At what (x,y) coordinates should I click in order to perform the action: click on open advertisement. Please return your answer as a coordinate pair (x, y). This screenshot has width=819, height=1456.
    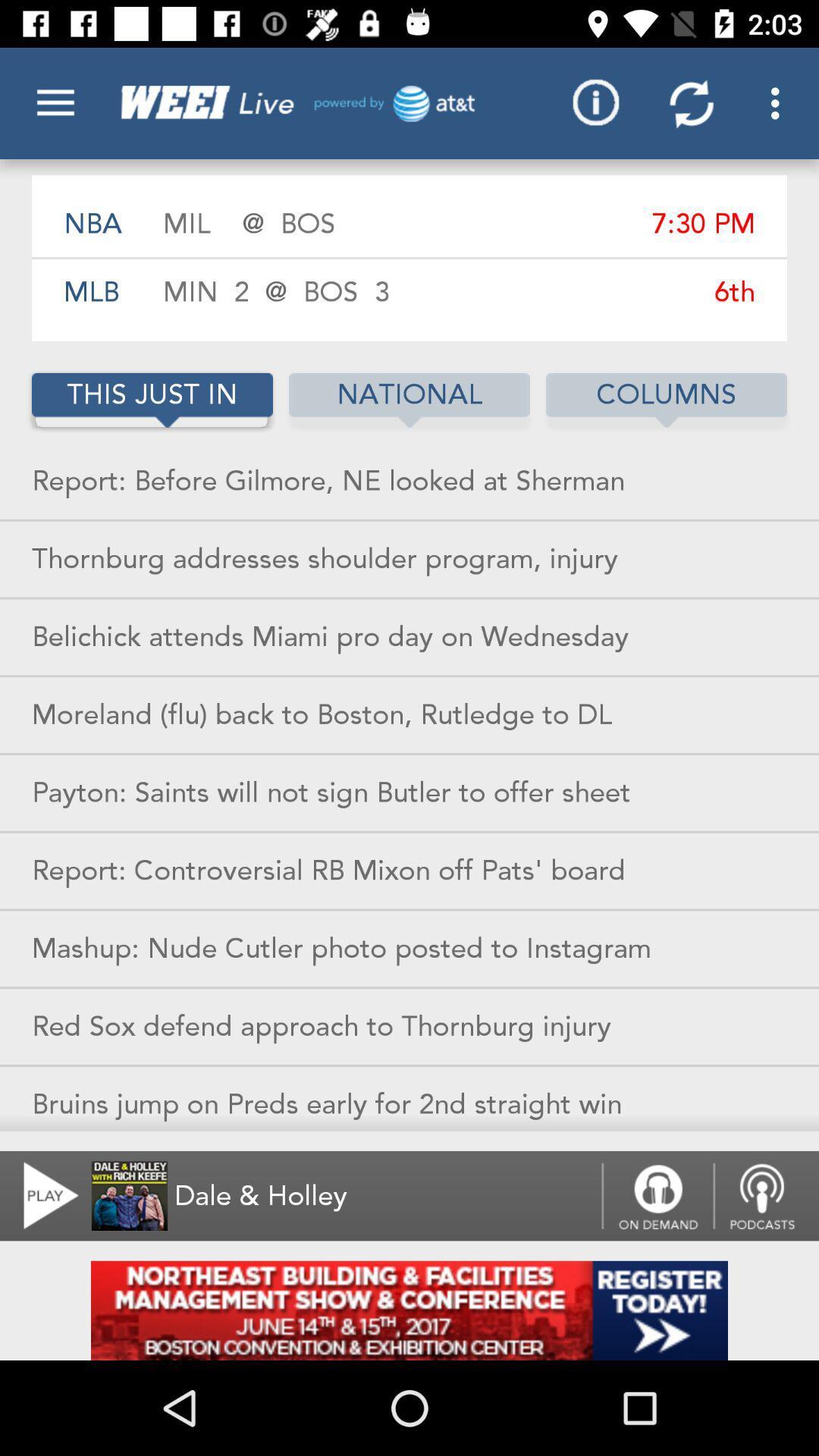
    Looking at the image, I should click on (409, 1310).